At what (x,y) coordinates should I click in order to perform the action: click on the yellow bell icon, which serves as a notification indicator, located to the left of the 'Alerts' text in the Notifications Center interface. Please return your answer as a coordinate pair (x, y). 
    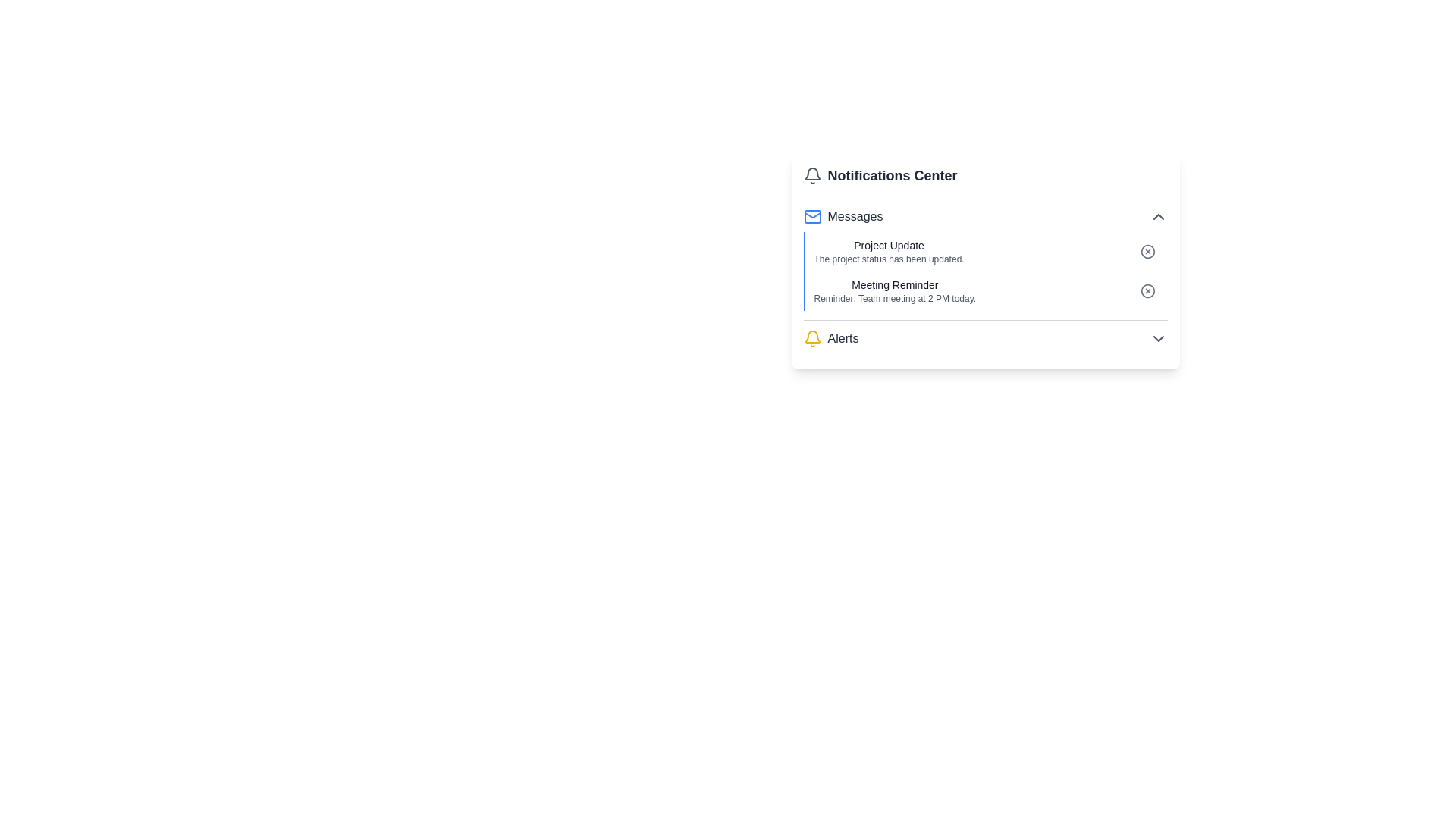
    Looking at the image, I should click on (811, 338).